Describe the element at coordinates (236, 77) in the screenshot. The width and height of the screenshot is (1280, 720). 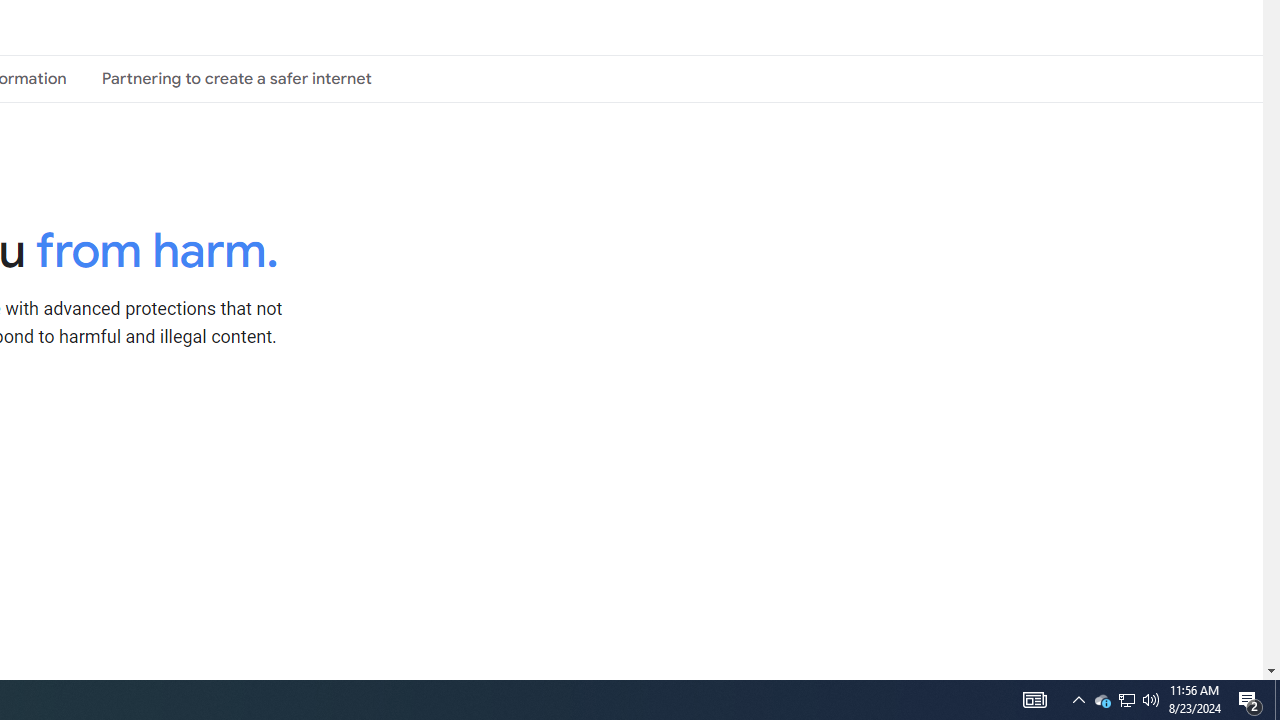
I see `'Partnering to create a safer internet'` at that location.